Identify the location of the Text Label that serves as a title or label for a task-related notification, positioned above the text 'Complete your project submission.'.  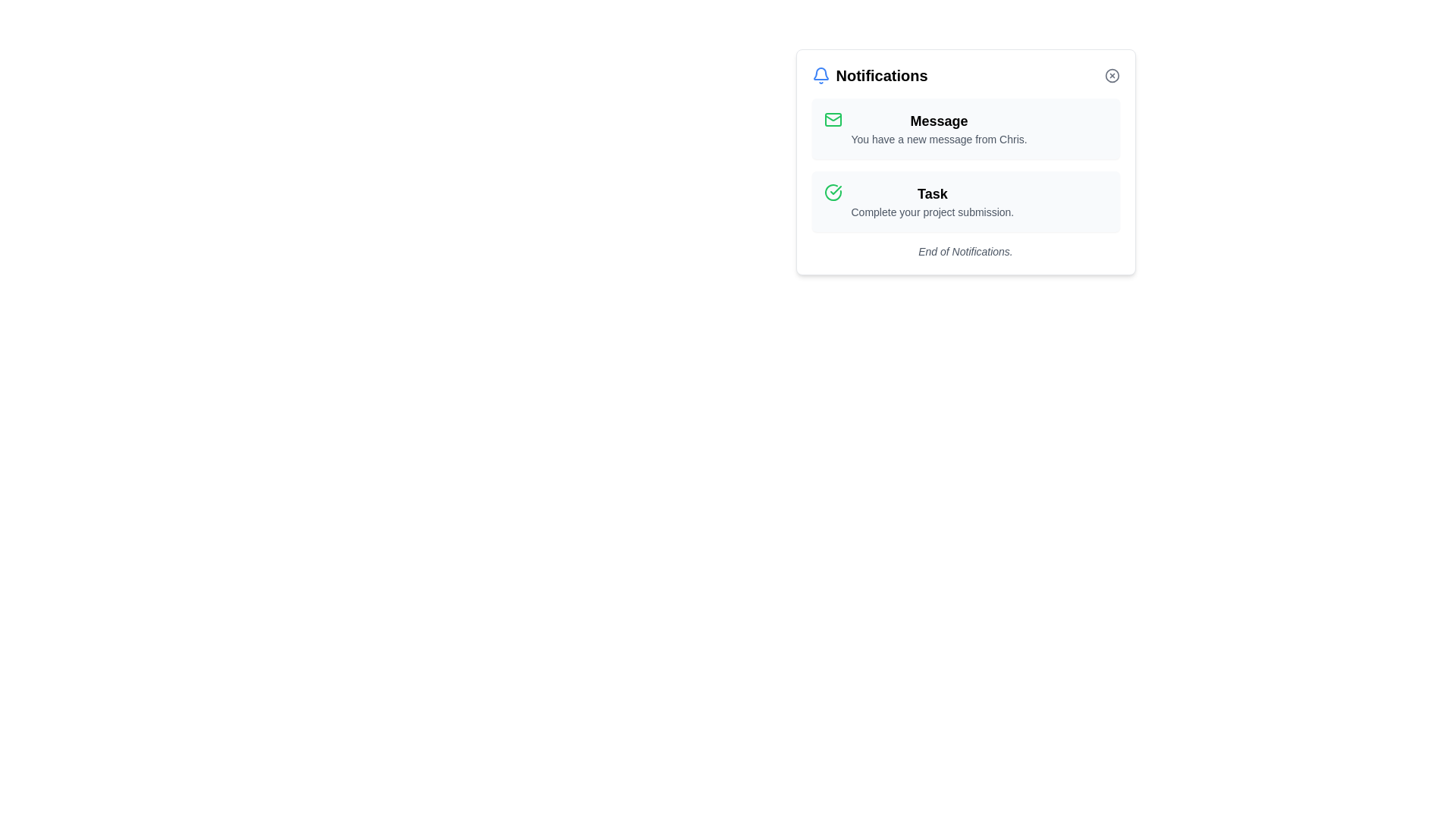
(931, 193).